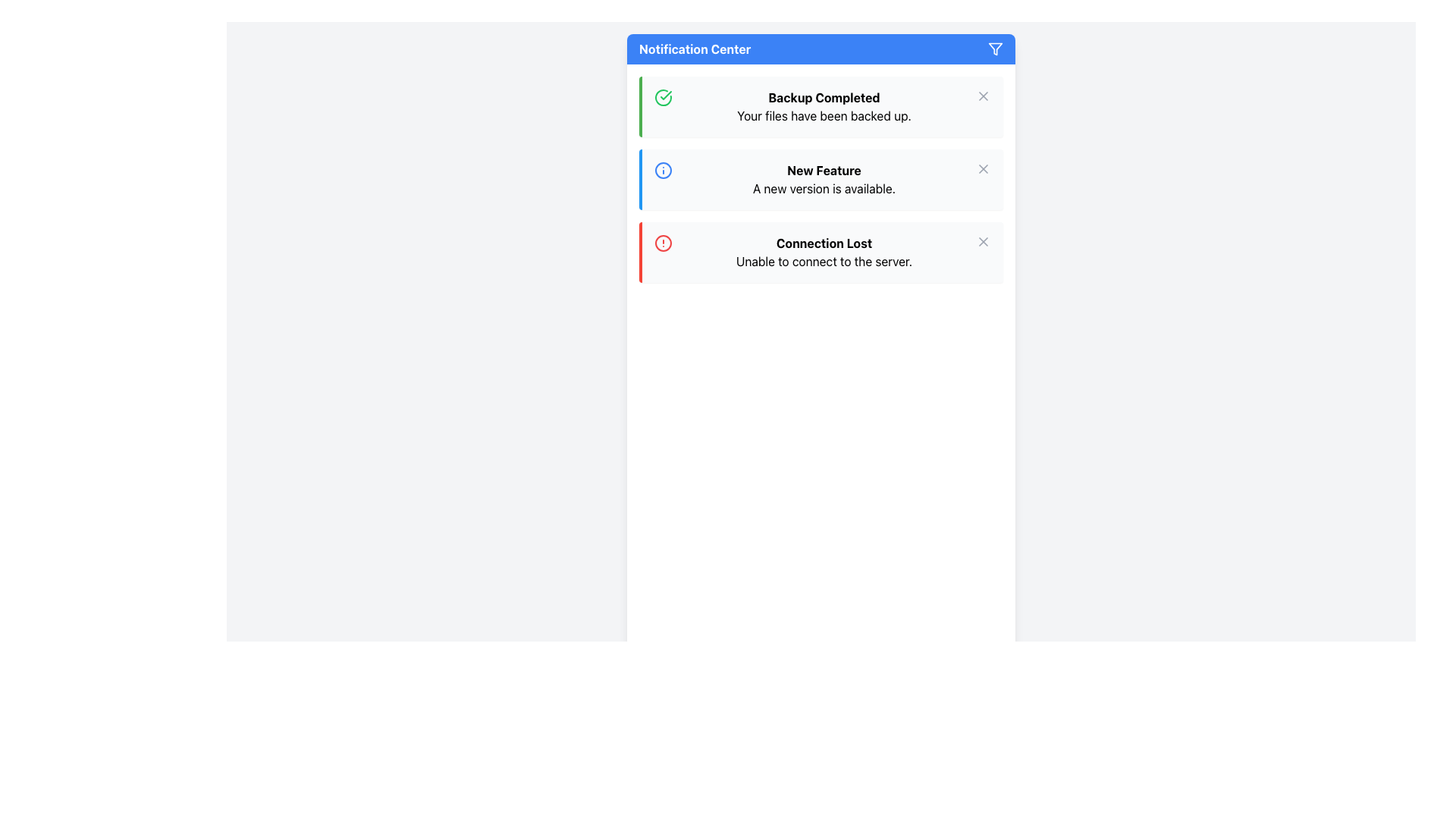  Describe the element at coordinates (666, 96) in the screenshot. I see `the checkmark icon within the 'Backup Completed' notification card, which is styled with a green stroke and located on the left side of the notification` at that location.